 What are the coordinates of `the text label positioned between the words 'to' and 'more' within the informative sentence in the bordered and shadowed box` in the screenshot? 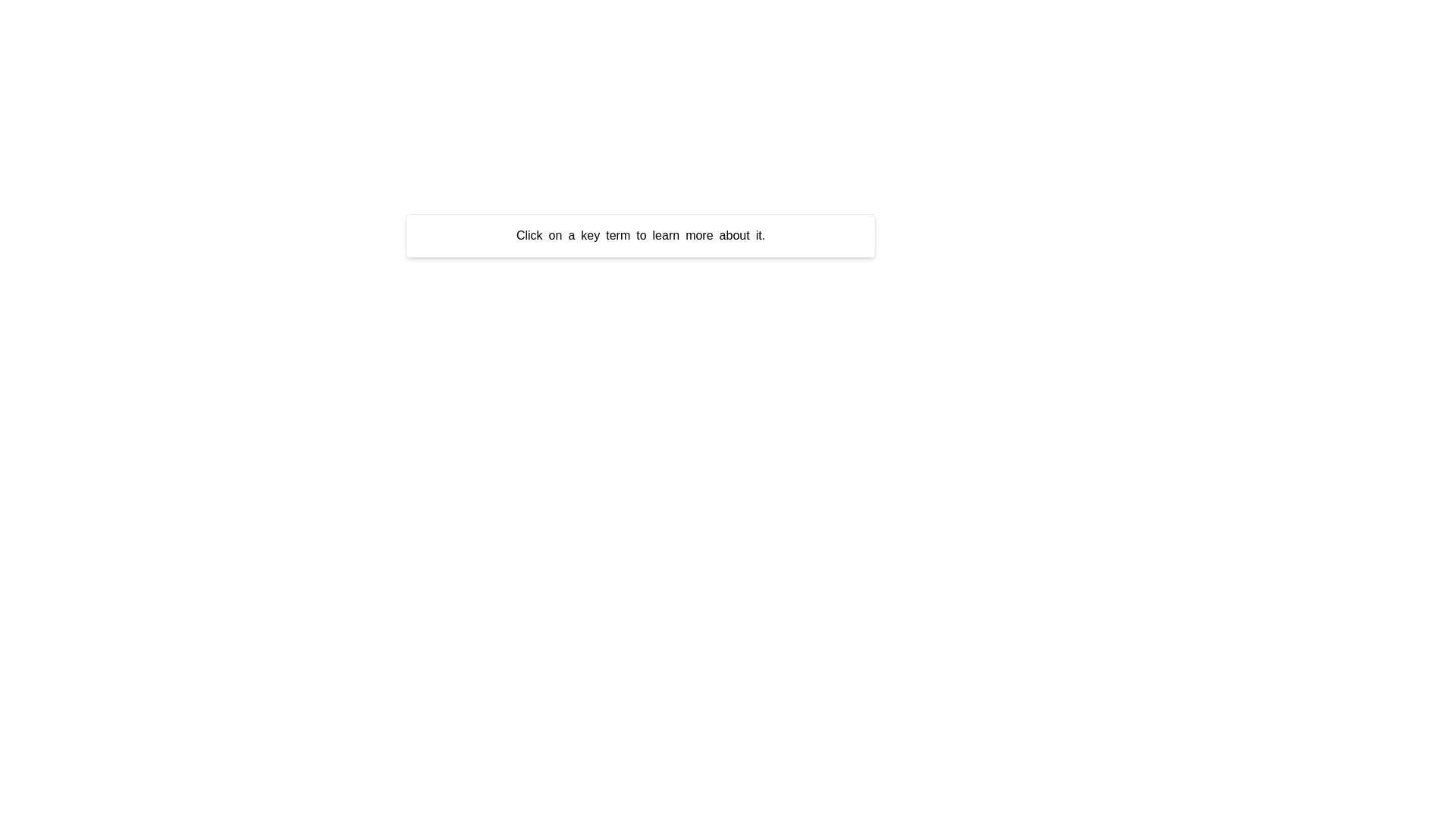 It's located at (666, 235).